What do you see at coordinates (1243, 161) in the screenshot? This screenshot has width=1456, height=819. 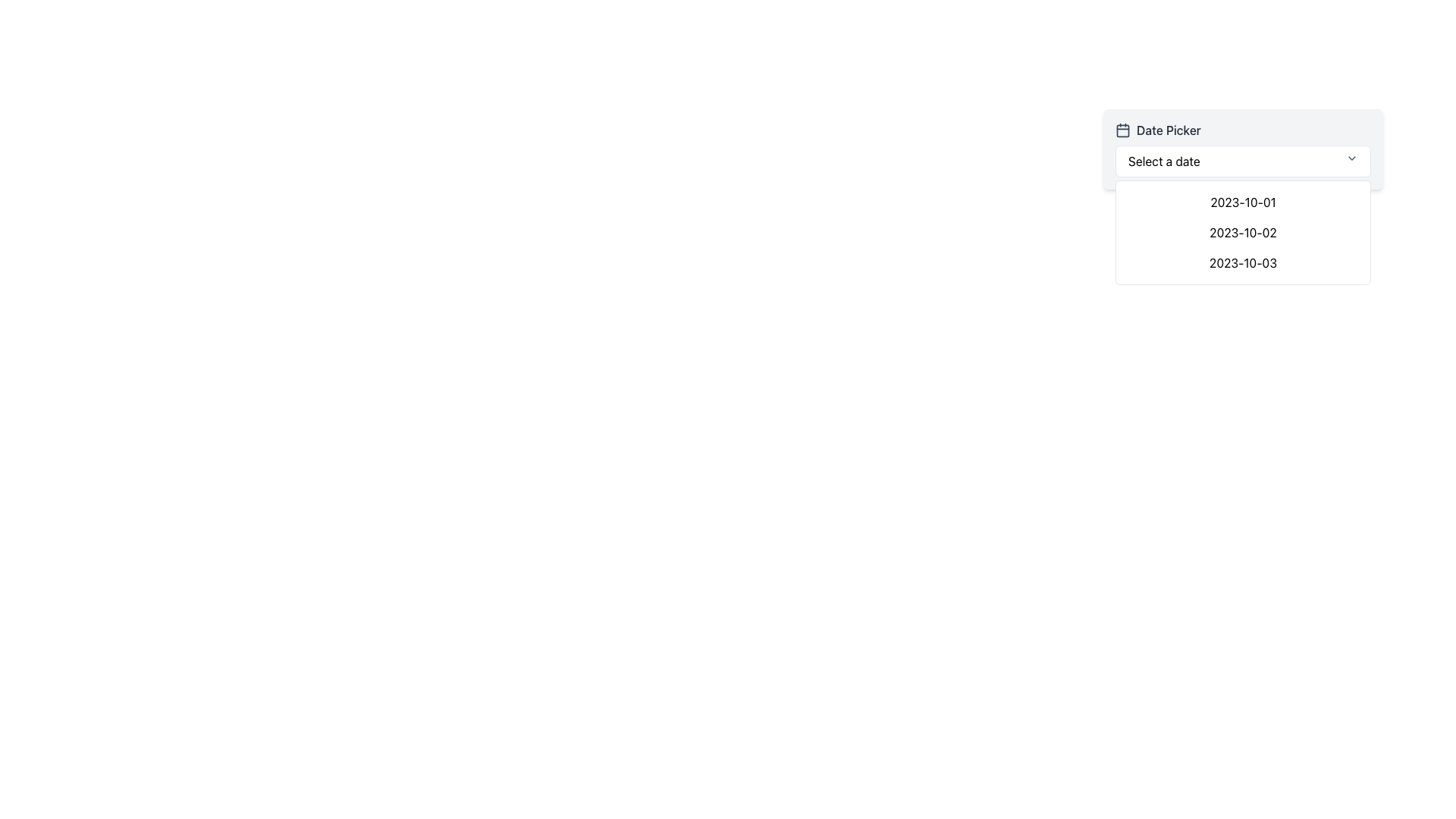 I see `the dropdown menu labeled 'Select a date'` at bounding box center [1243, 161].